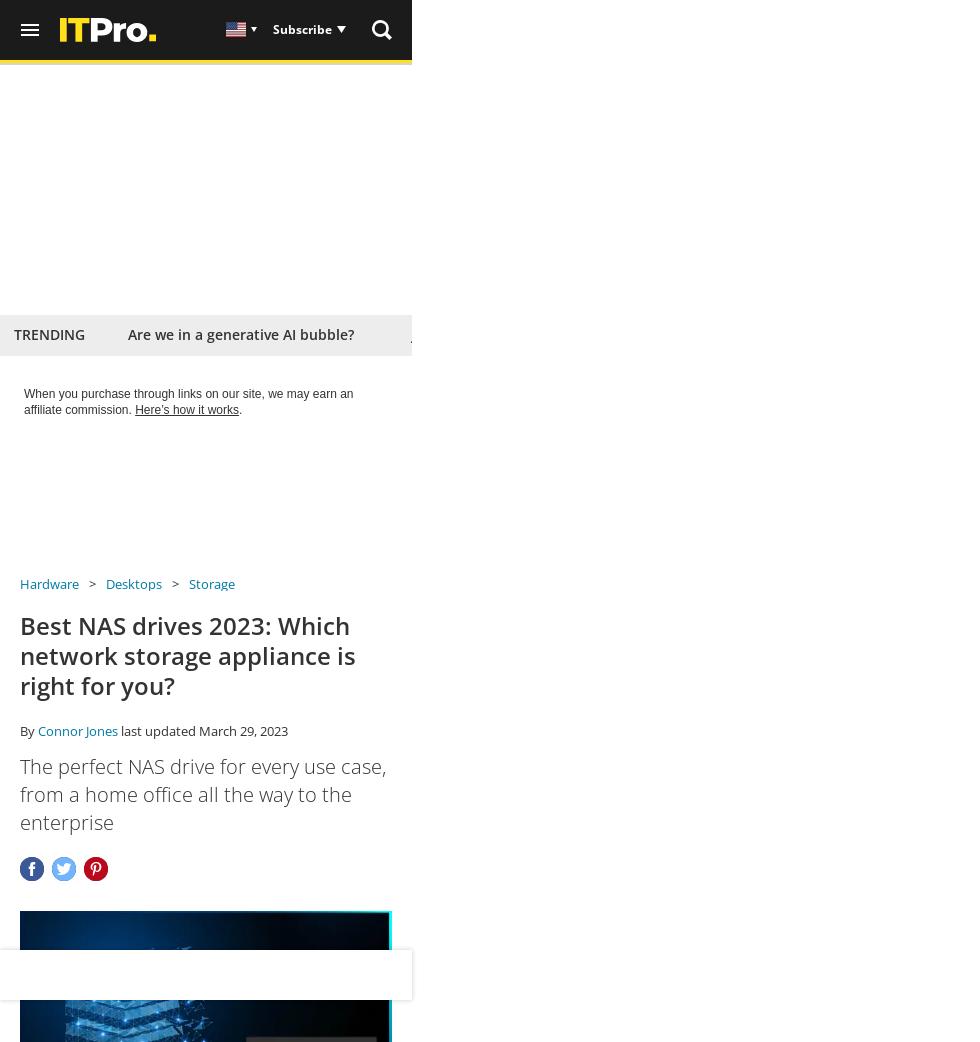 The width and height of the screenshot is (980, 1042). I want to click on 'Storage', so click(210, 583).